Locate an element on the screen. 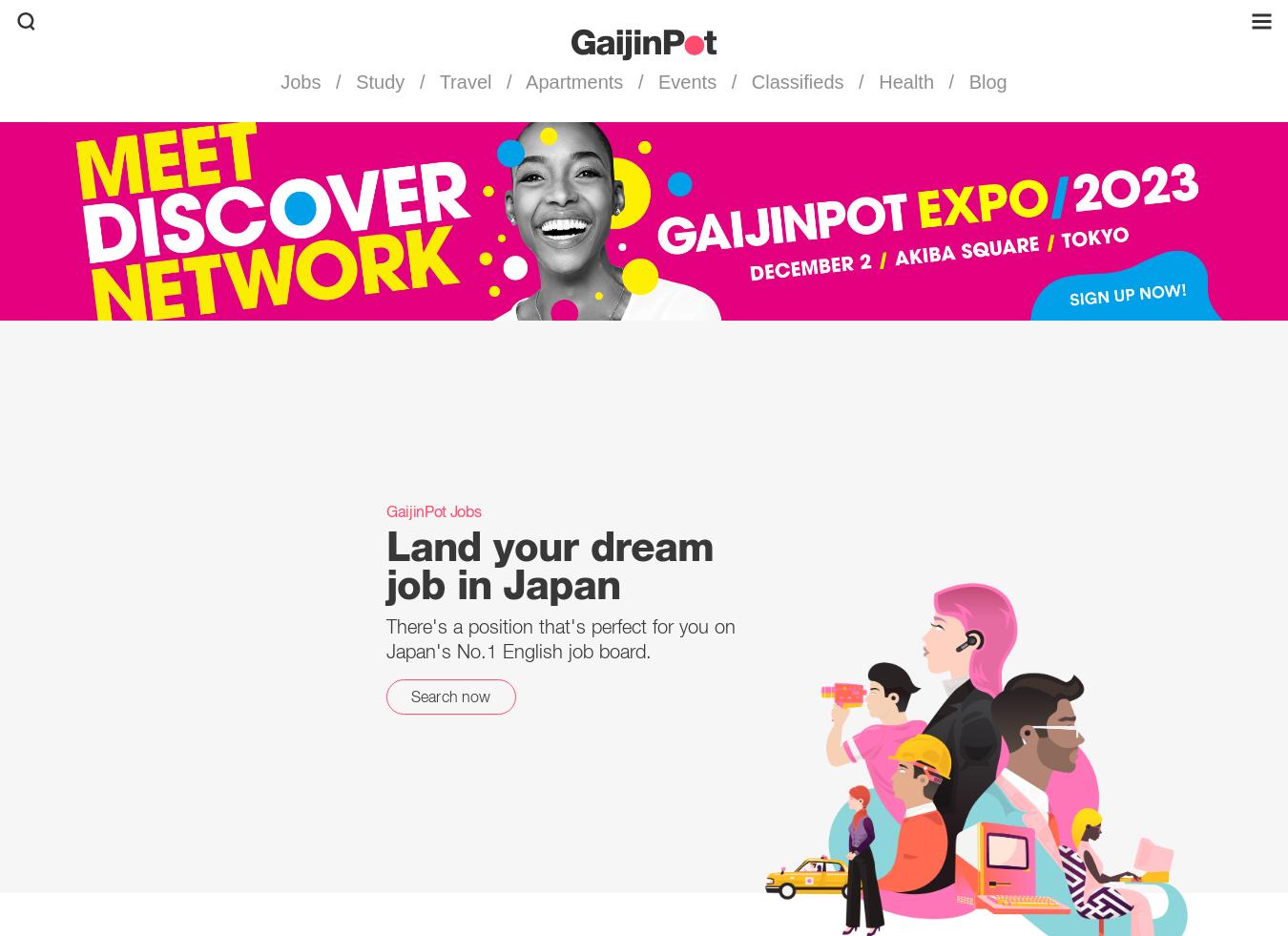 This screenshot has width=1288, height=936. 'Search now' is located at coordinates (449, 695).